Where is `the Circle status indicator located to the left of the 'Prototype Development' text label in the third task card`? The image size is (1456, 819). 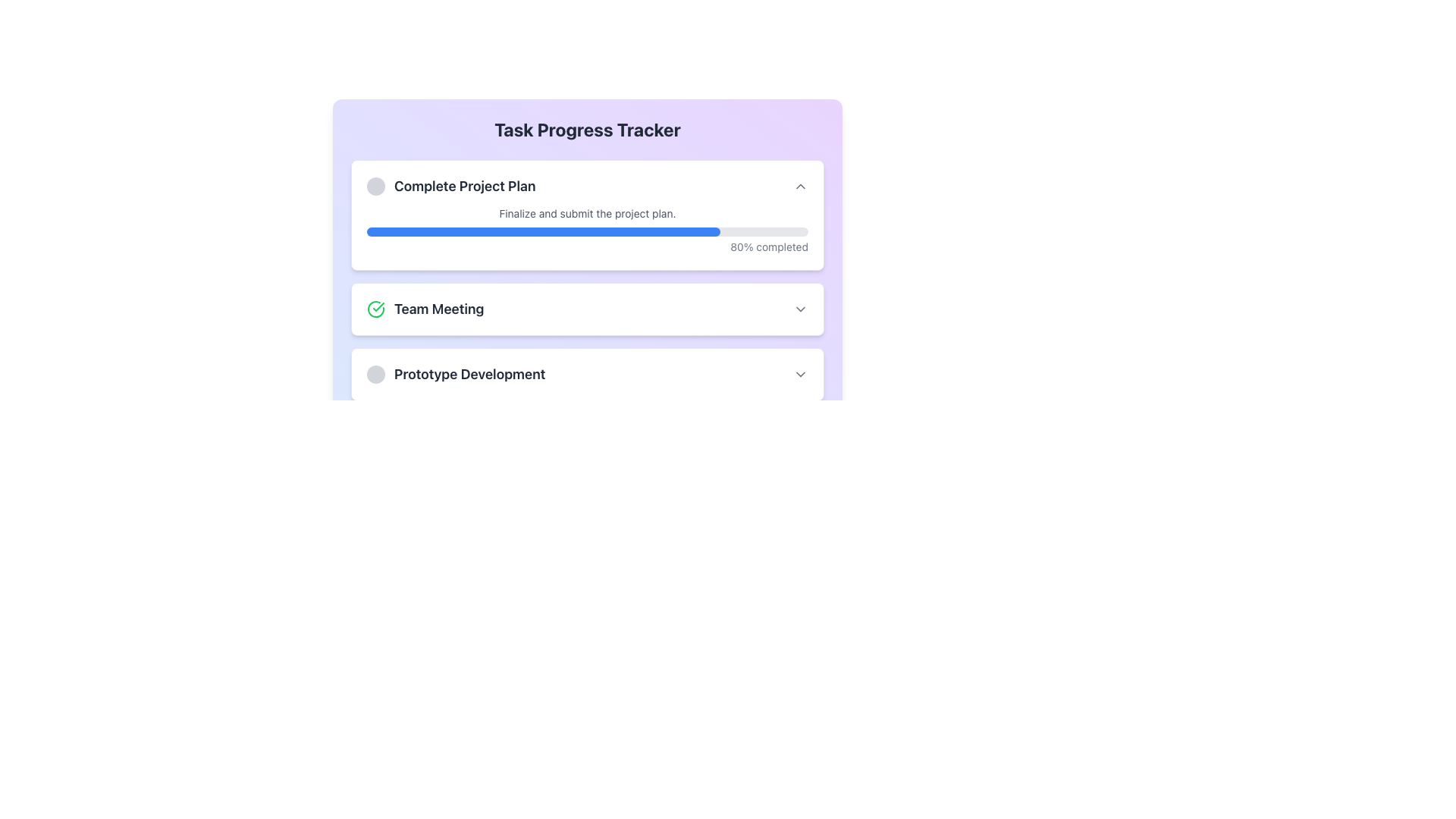
the Circle status indicator located to the left of the 'Prototype Development' text label in the third task card is located at coordinates (375, 374).